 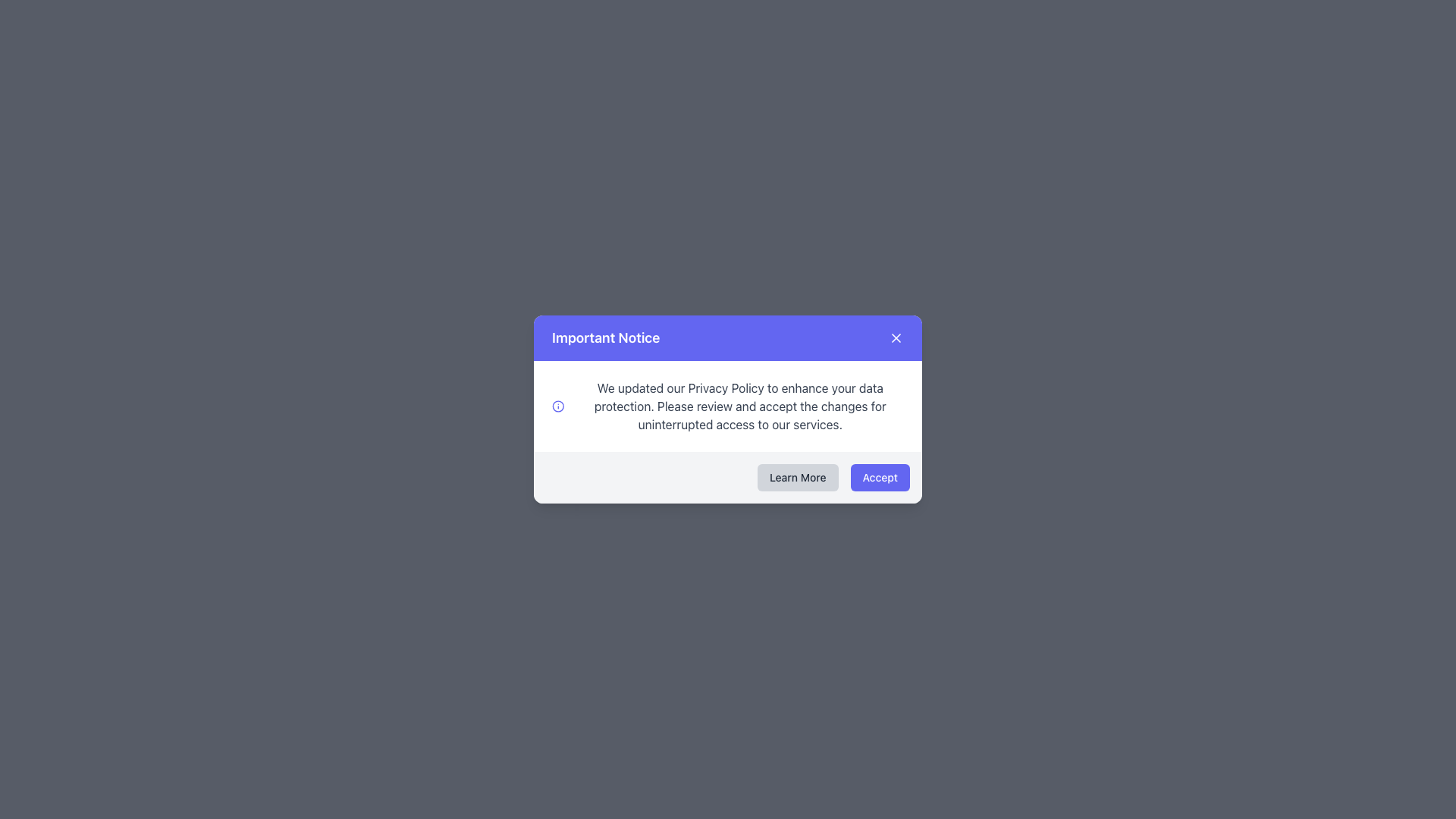 I want to click on informational message displayed in the text block that states: 'We updated our Privacy Policy to enhance your data protection. Please review and accept the changes for uninterrupted access to our services.', so click(x=728, y=406).